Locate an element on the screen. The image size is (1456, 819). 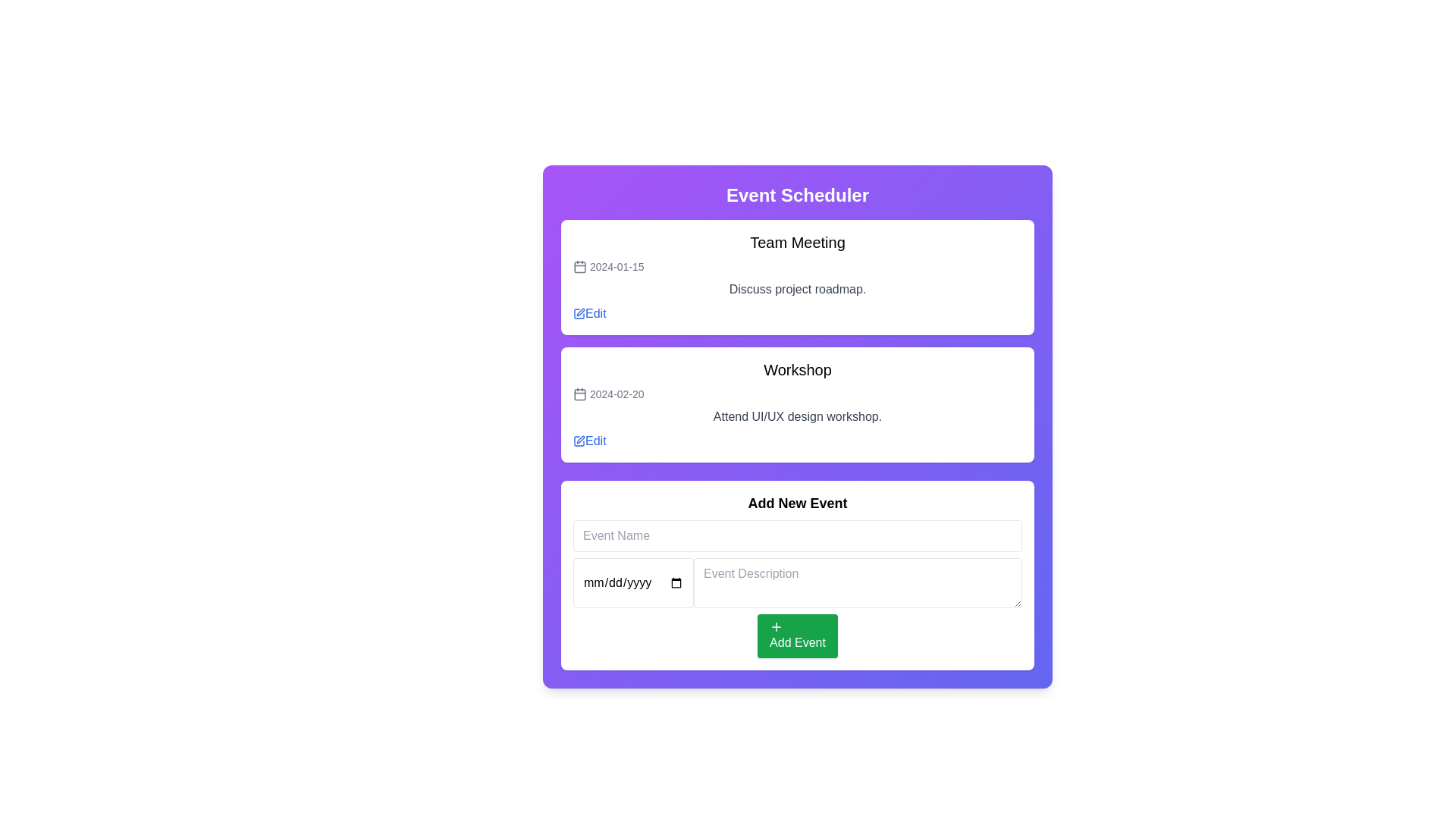
the 'Add New Event' button is located at coordinates (796, 636).